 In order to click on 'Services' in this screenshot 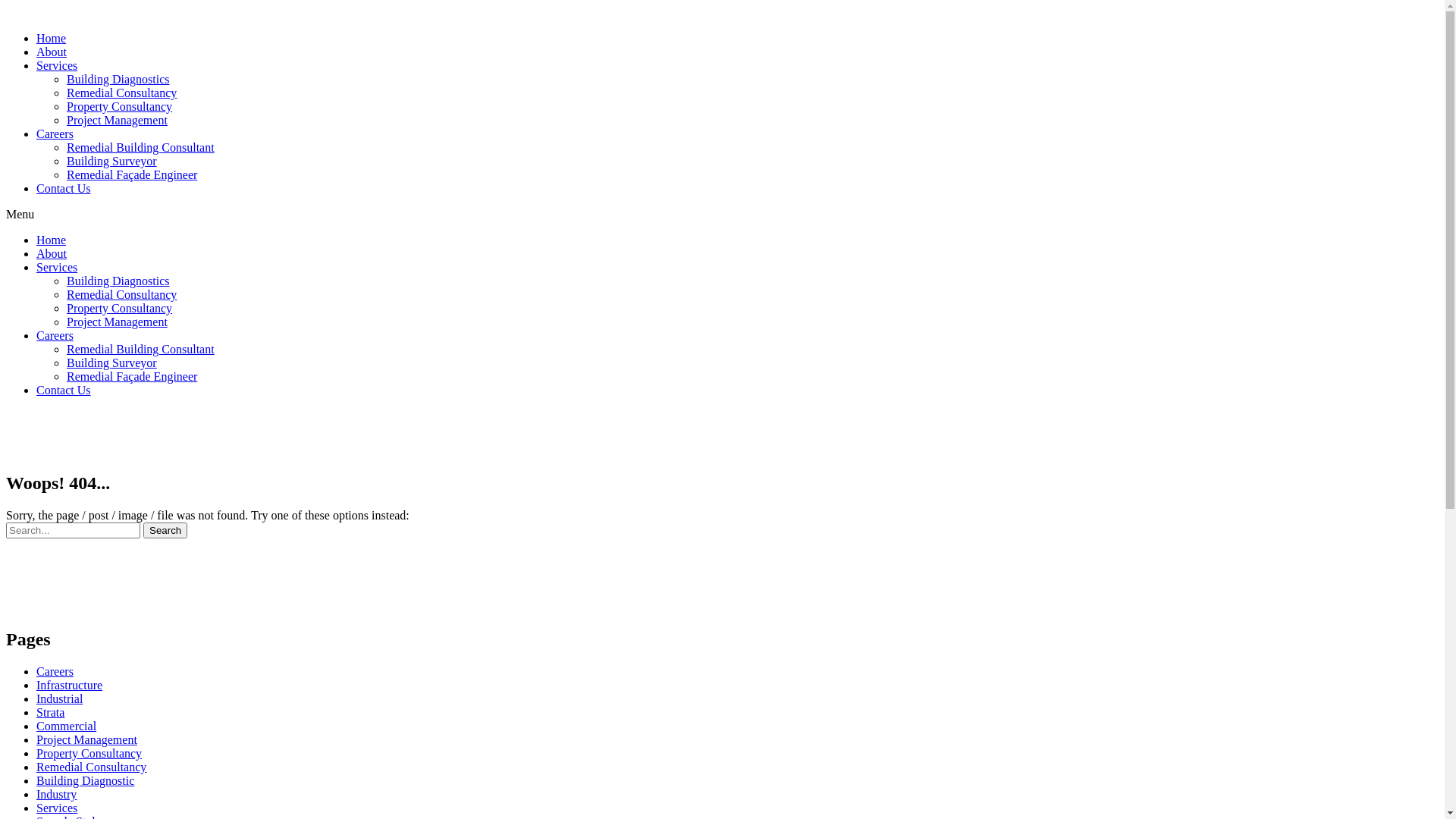, I will do `click(57, 266)`.